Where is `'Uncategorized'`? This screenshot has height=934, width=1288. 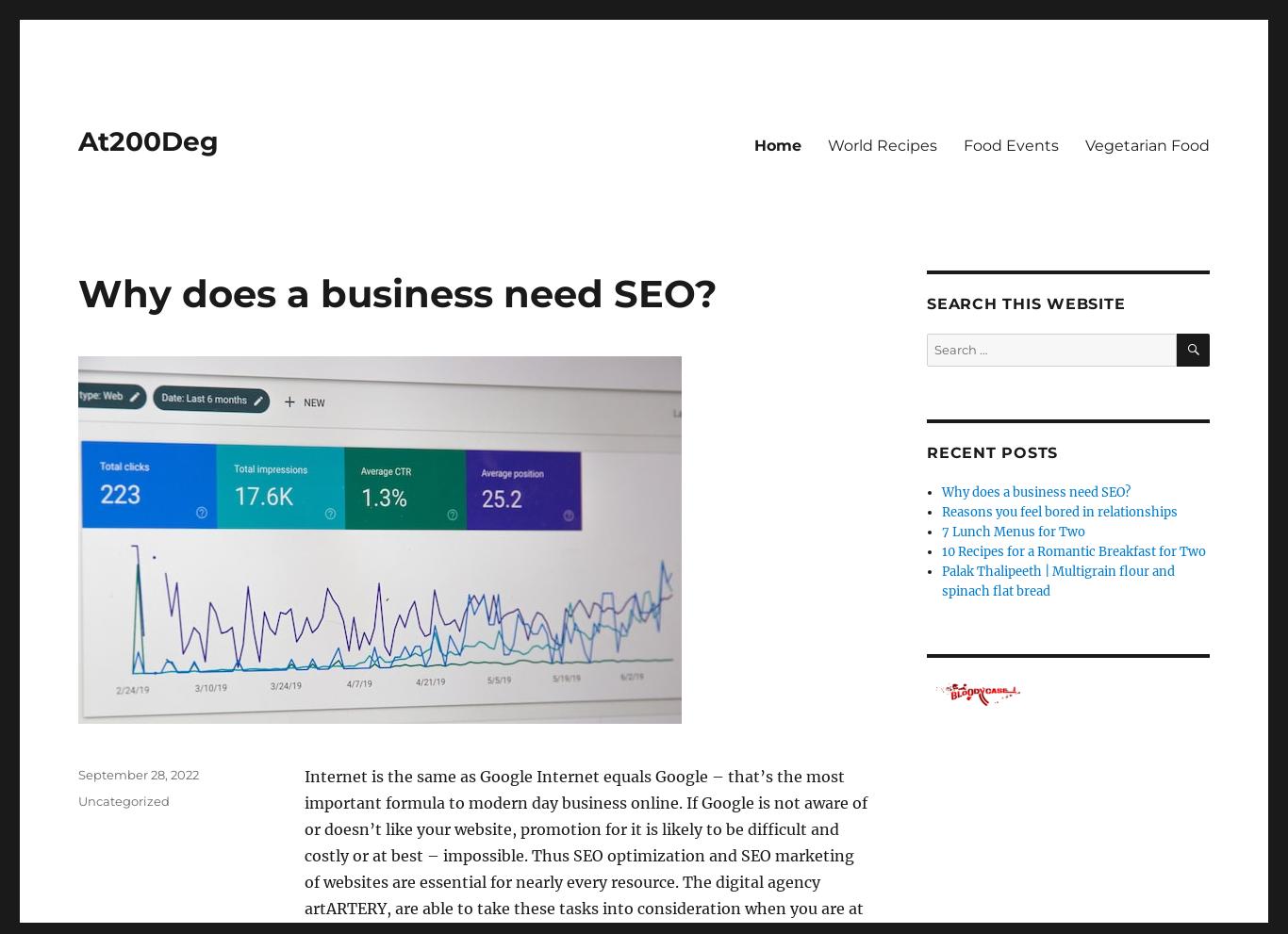 'Uncategorized' is located at coordinates (123, 799).